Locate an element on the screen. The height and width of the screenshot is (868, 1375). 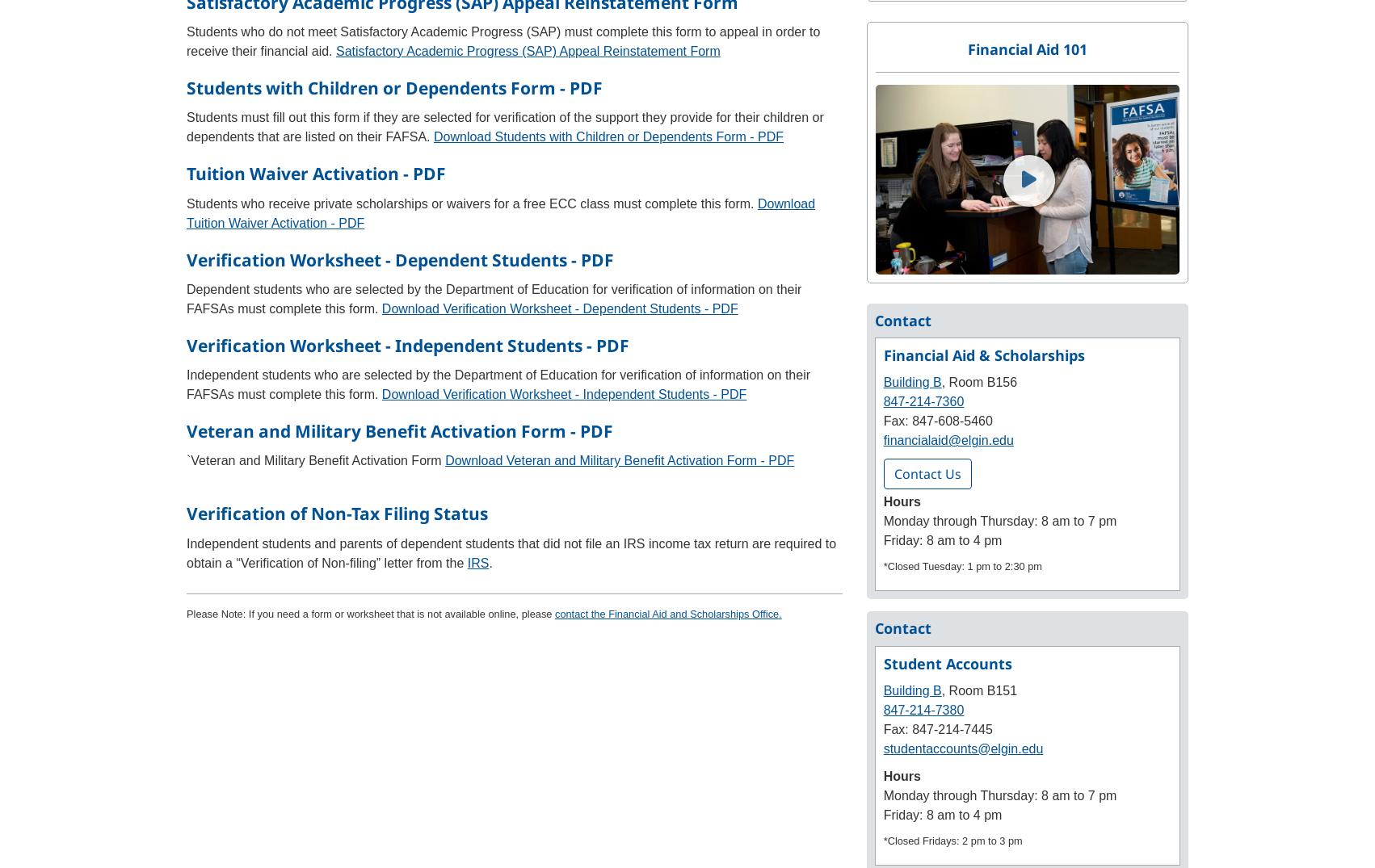
'847-214-7380' is located at coordinates (923, 709).